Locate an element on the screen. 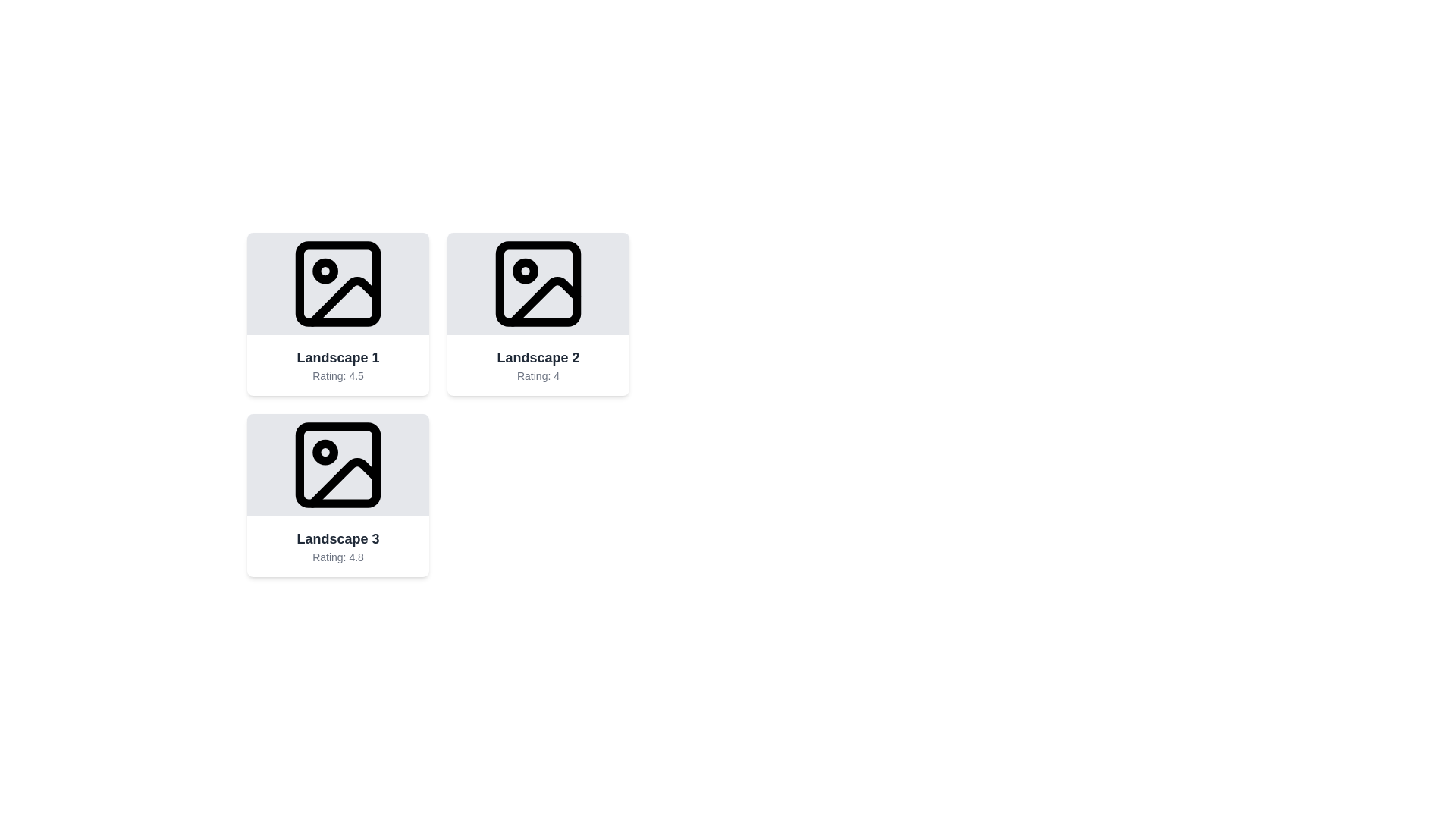 The height and width of the screenshot is (819, 1456). the decorative graphical circle within the icon of the second card in the grid layout, located at the top-left corner inside the icon is located at coordinates (526, 270).